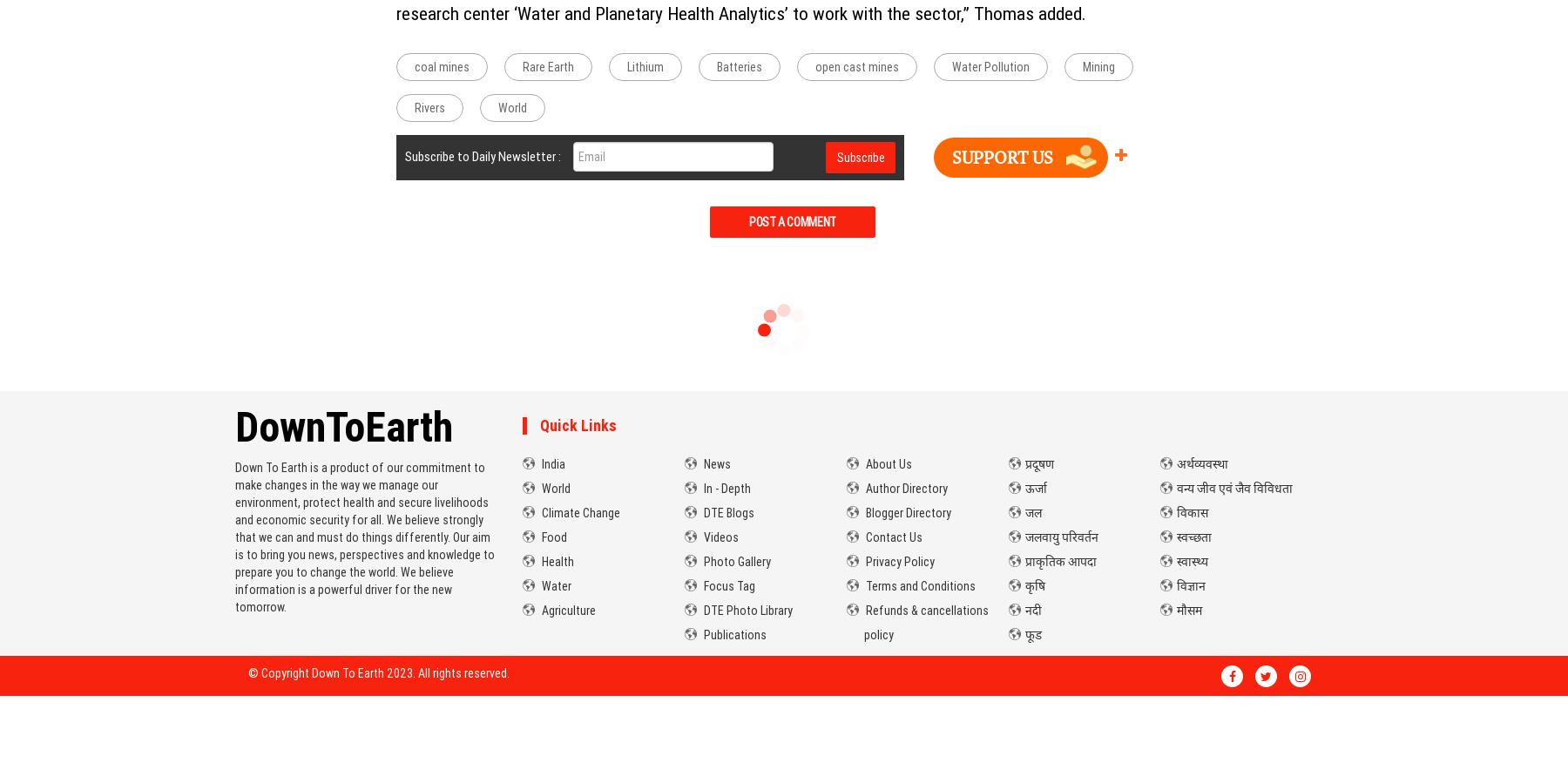 The width and height of the screenshot is (1568, 763). What do you see at coordinates (905, 487) in the screenshot?
I see `'Author Directory'` at bounding box center [905, 487].